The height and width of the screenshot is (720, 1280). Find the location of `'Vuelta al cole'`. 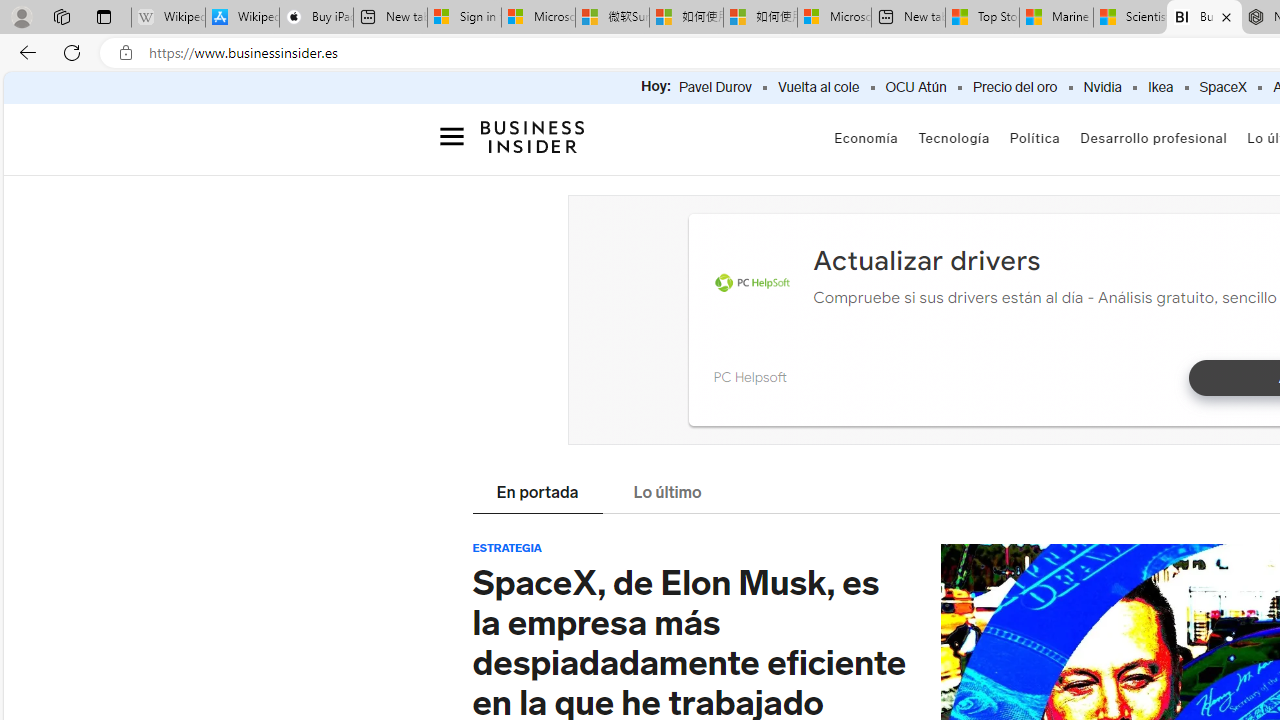

'Vuelta al cole' is located at coordinates (818, 87).